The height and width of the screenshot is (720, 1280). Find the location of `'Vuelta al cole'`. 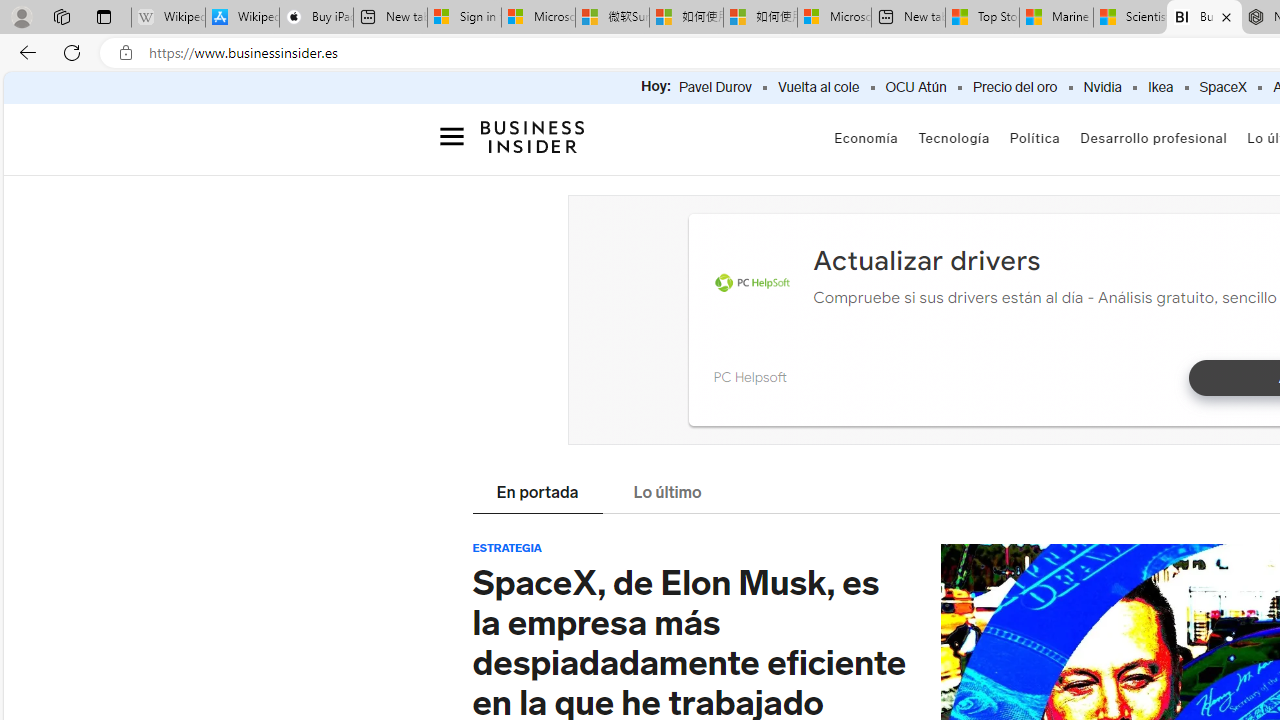

'Vuelta al cole' is located at coordinates (818, 87).